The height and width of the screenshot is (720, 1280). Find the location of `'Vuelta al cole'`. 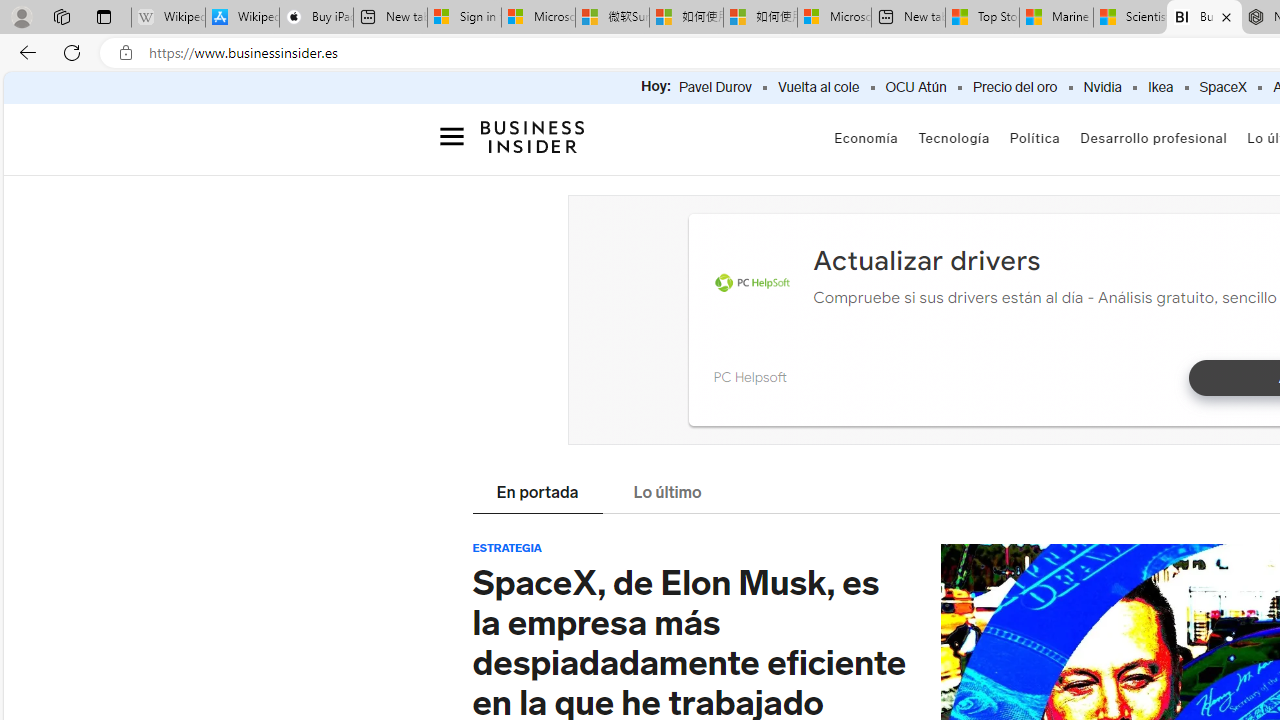

'Vuelta al cole' is located at coordinates (818, 87).